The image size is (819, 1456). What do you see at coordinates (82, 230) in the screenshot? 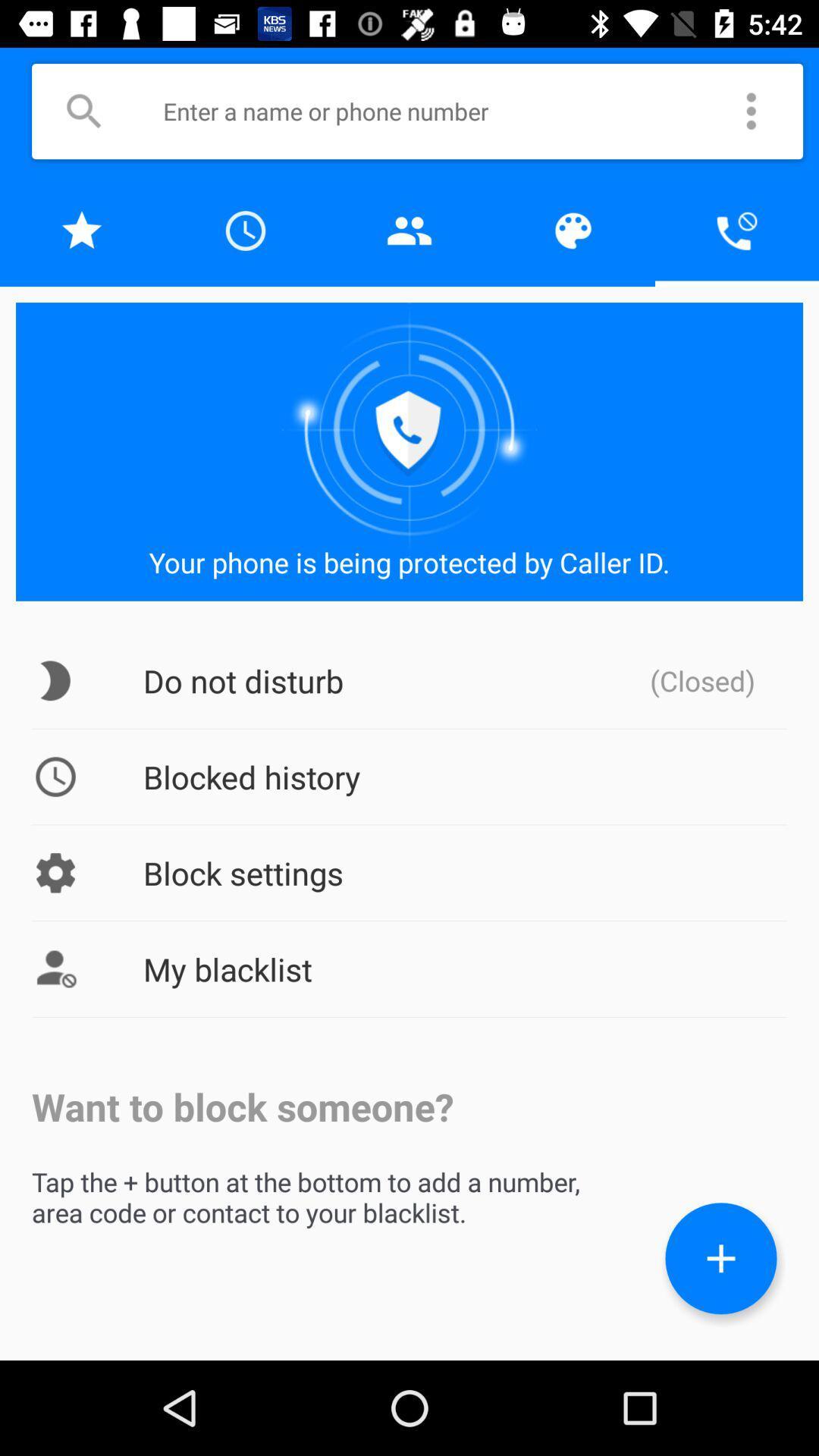
I see `the app above the your phone is app` at bounding box center [82, 230].